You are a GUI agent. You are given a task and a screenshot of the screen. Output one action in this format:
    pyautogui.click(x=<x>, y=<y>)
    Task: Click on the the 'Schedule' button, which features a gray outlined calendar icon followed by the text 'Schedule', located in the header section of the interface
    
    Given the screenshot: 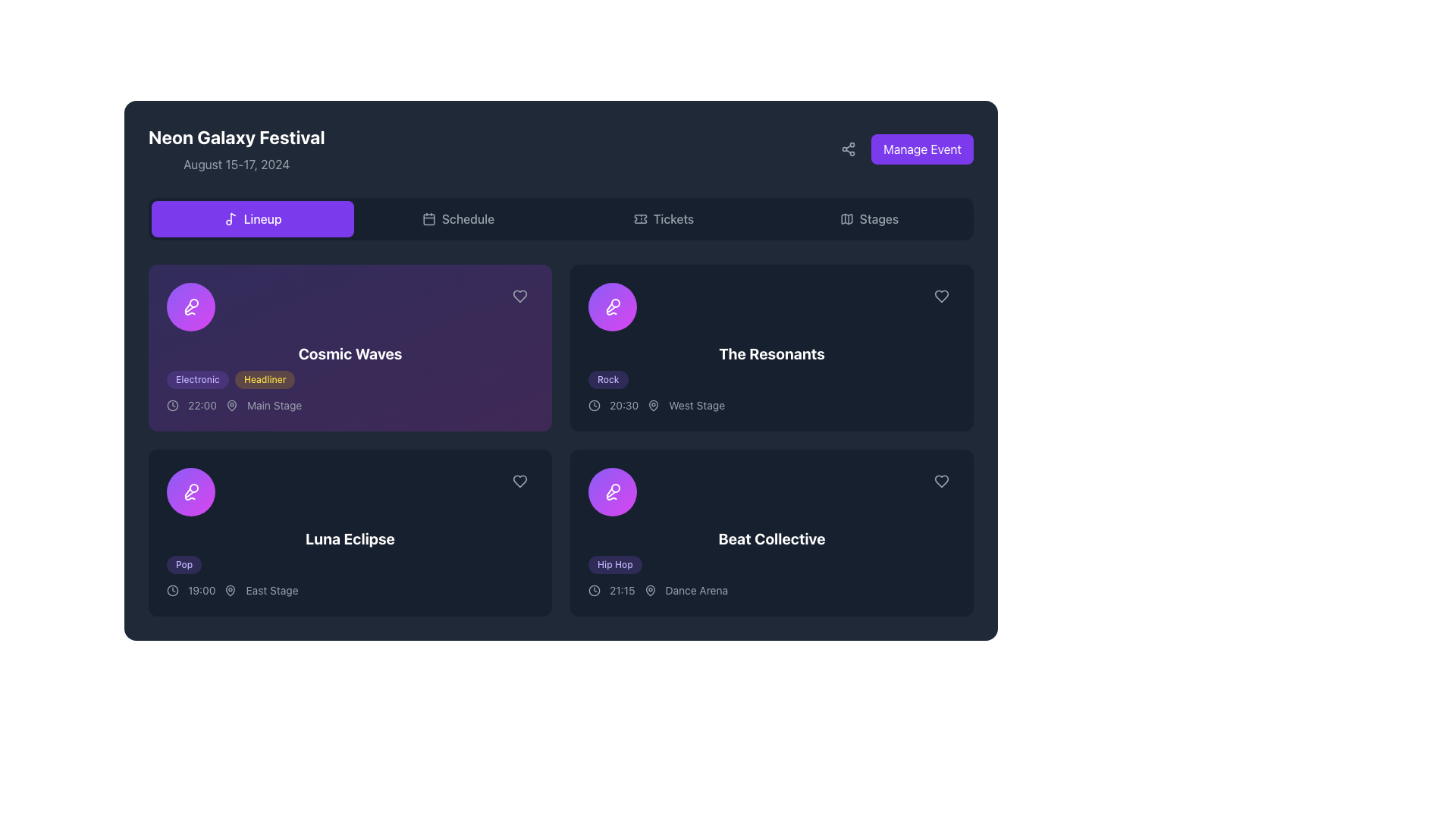 What is the action you would take?
    pyautogui.click(x=457, y=219)
    